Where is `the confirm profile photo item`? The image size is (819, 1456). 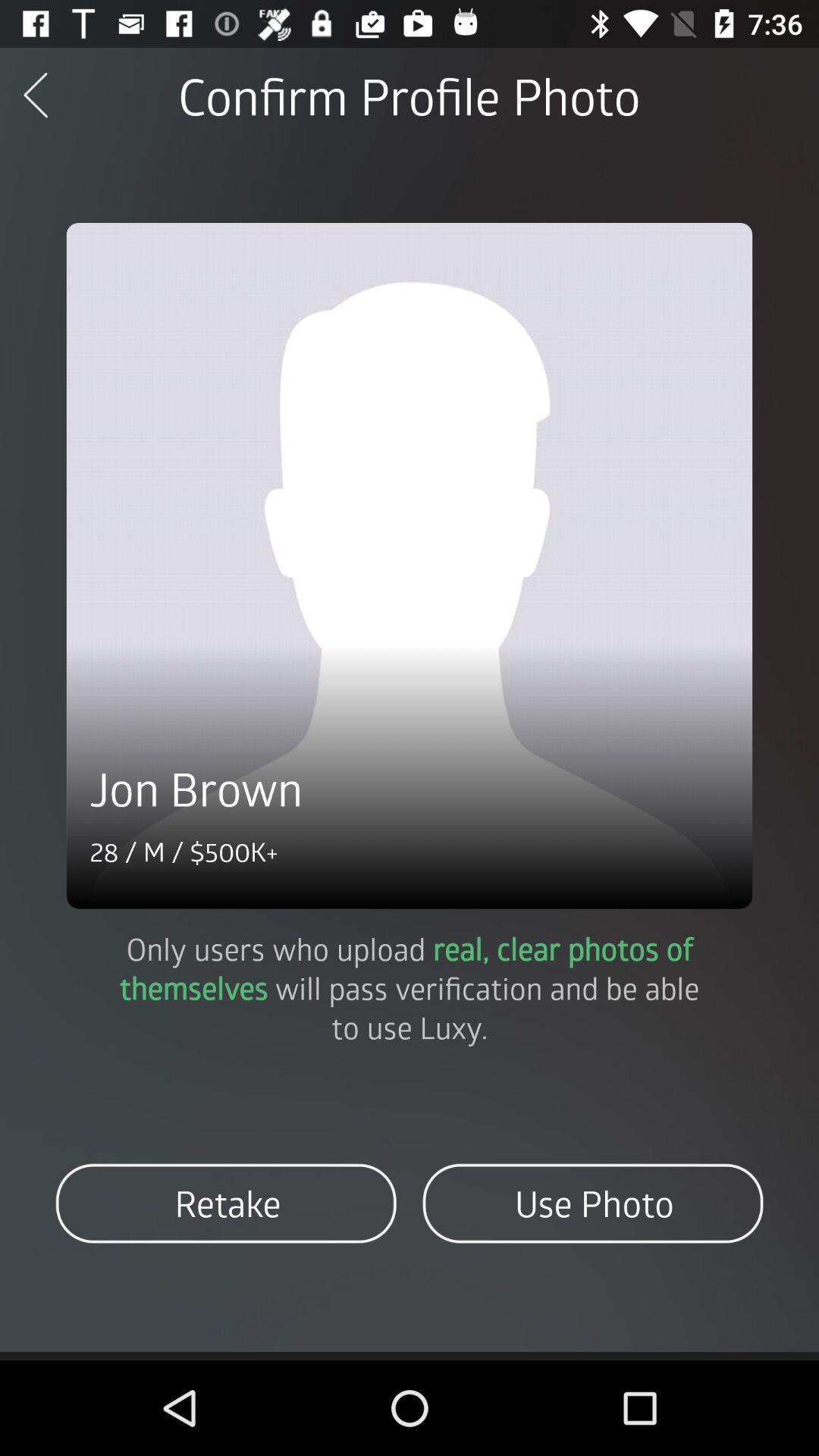 the confirm profile photo item is located at coordinates (408, 94).